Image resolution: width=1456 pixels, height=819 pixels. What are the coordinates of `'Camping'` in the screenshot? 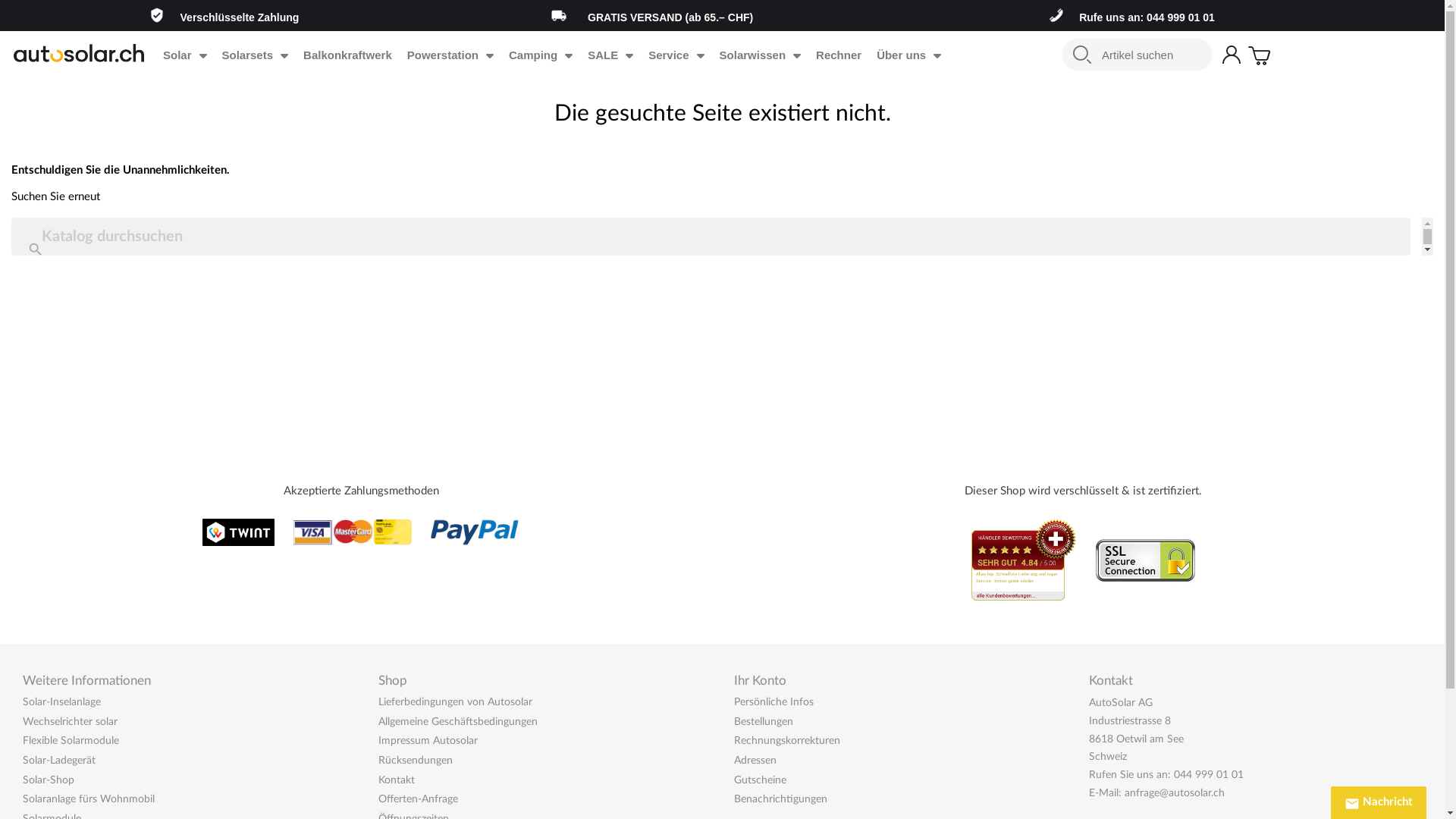 It's located at (541, 55).